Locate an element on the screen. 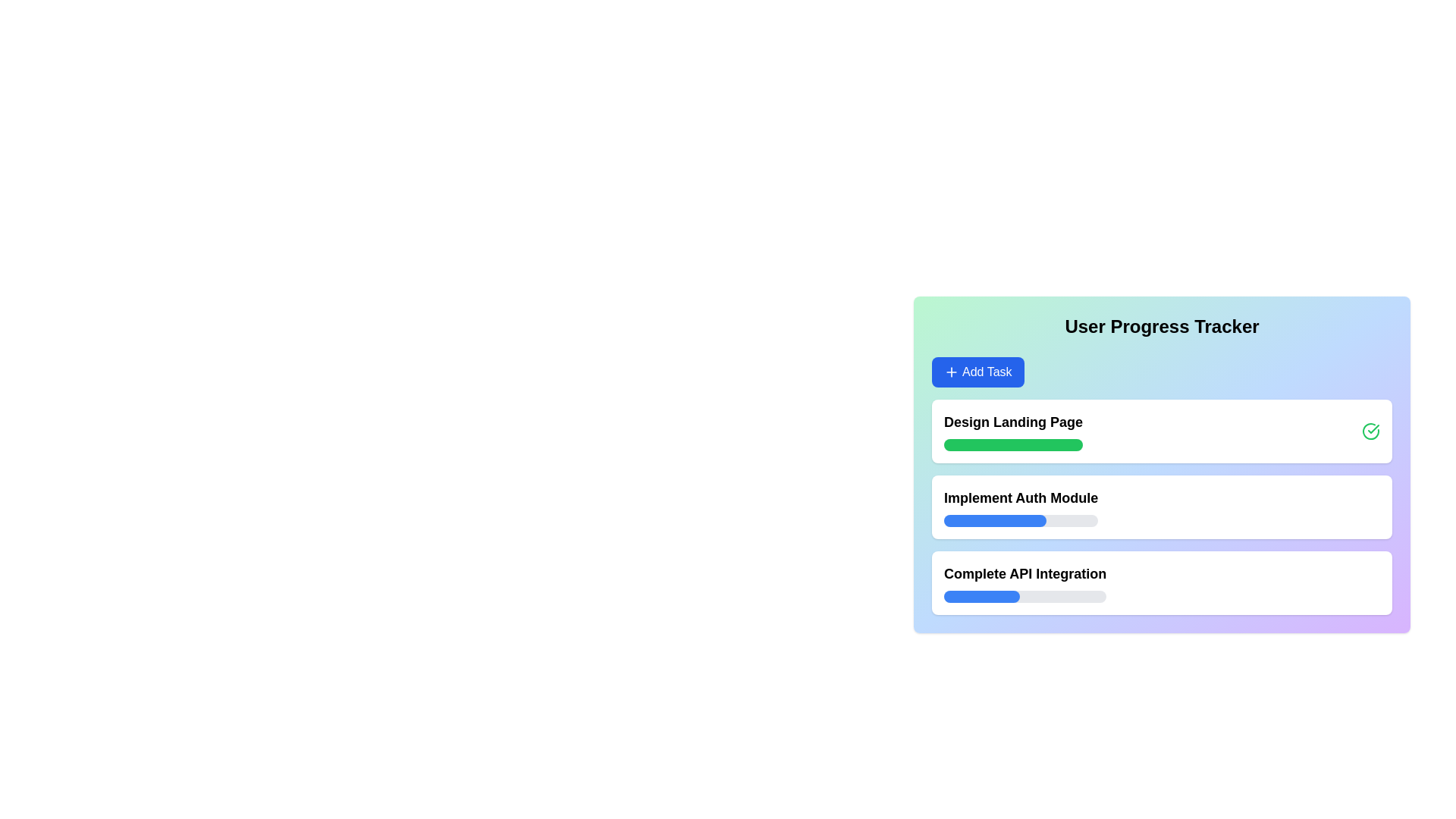 Image resolution: width=1456 pixels, height=819 pixels. the static text label displaying the task title 'Implement Auth Module' in the User Progress Tracker section is located at coordinates (1021, 497).